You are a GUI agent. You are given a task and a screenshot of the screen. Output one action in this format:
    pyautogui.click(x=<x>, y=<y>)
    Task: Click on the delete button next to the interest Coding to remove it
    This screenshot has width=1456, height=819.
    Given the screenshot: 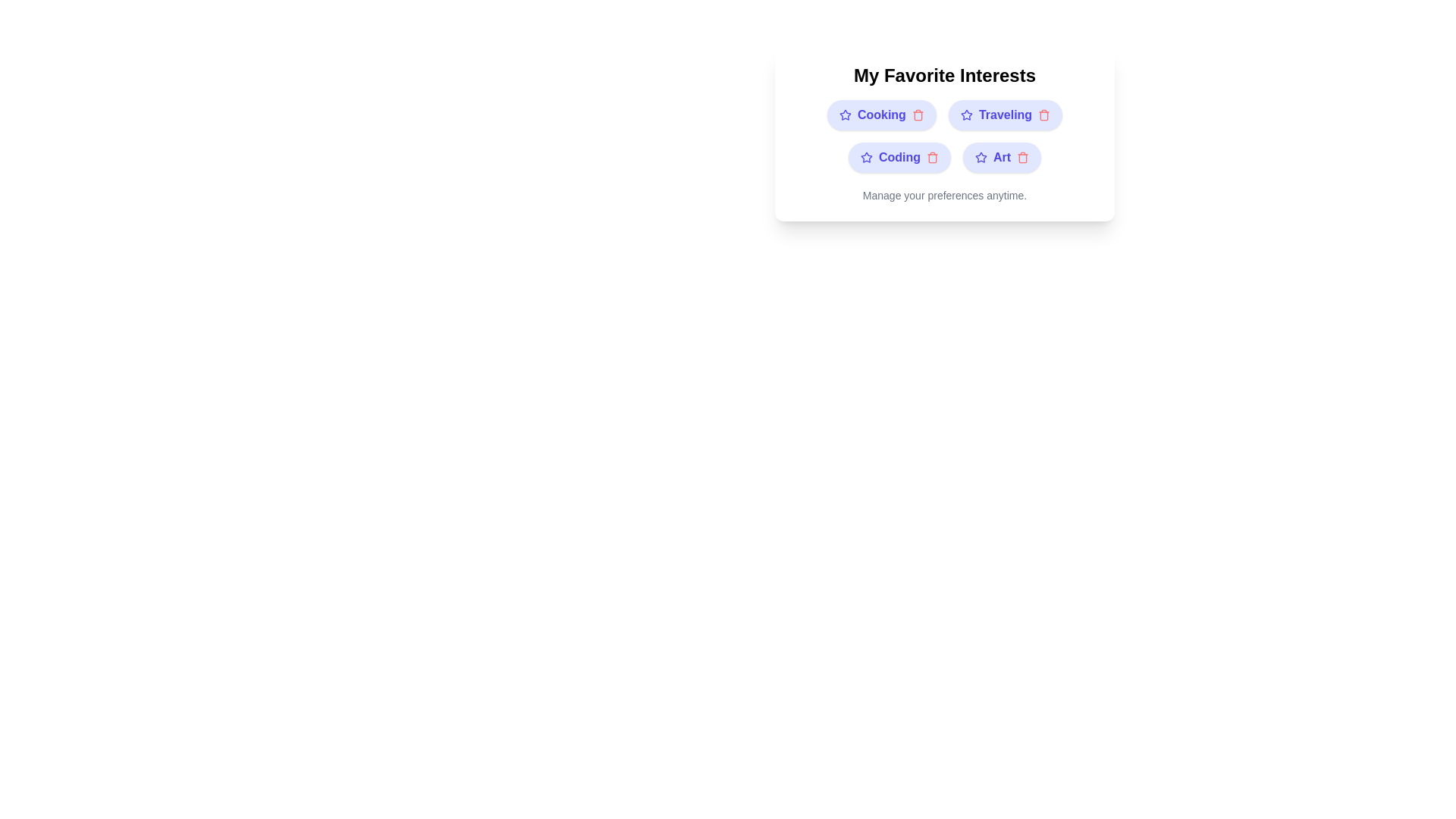 What is the action you would take?
    pyautogui.click(x=931, y=158)
    